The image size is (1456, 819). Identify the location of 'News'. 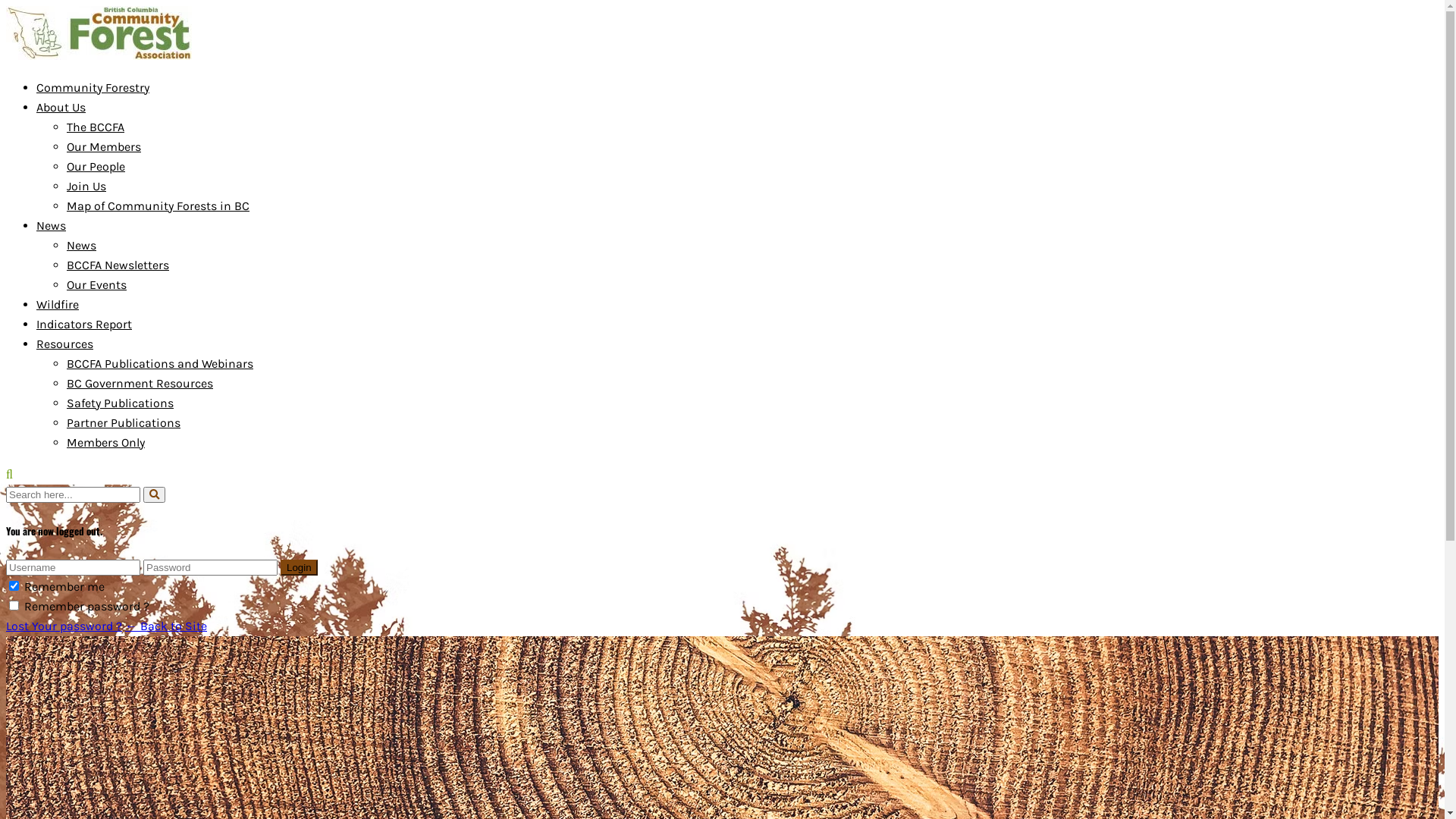
(80, 244).